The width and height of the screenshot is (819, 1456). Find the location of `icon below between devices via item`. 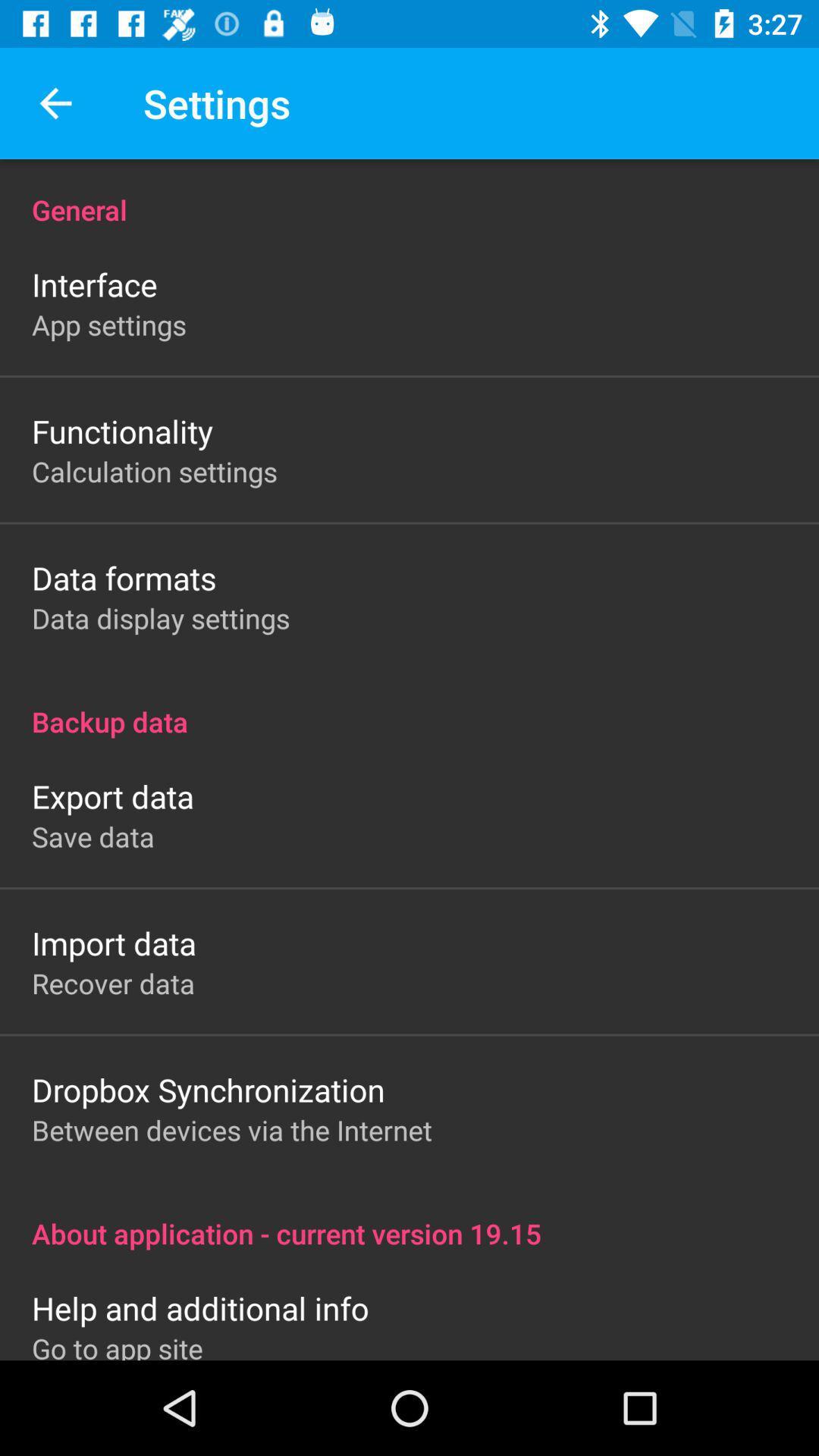

icon below between devices via item is located at coordinates (409, 1217).